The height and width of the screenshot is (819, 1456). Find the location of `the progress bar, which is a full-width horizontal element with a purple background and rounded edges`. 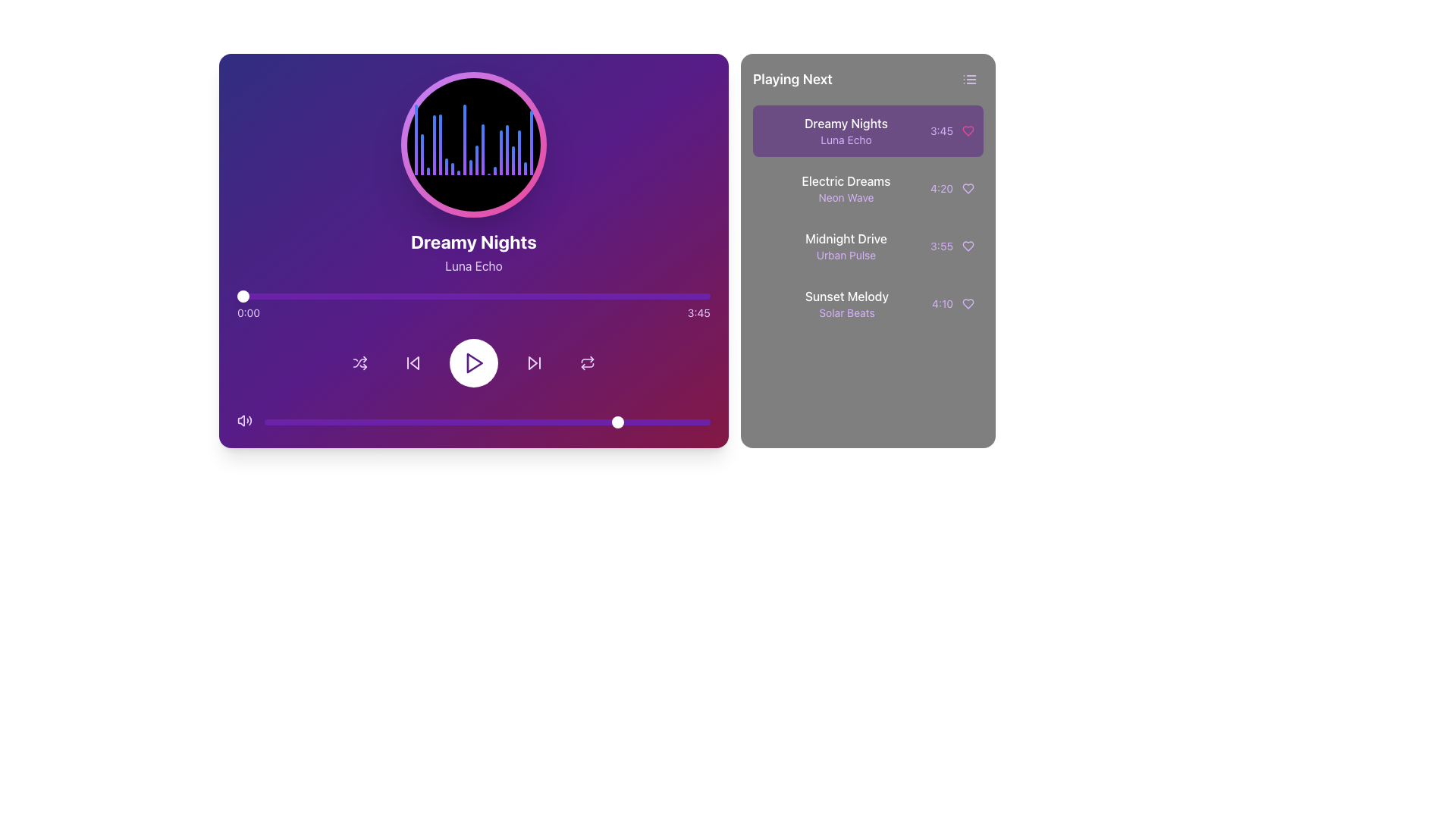

the progress bar, which is a full-width horizontal element with a purple background and rounded edges is located at coordinates (472, 296).